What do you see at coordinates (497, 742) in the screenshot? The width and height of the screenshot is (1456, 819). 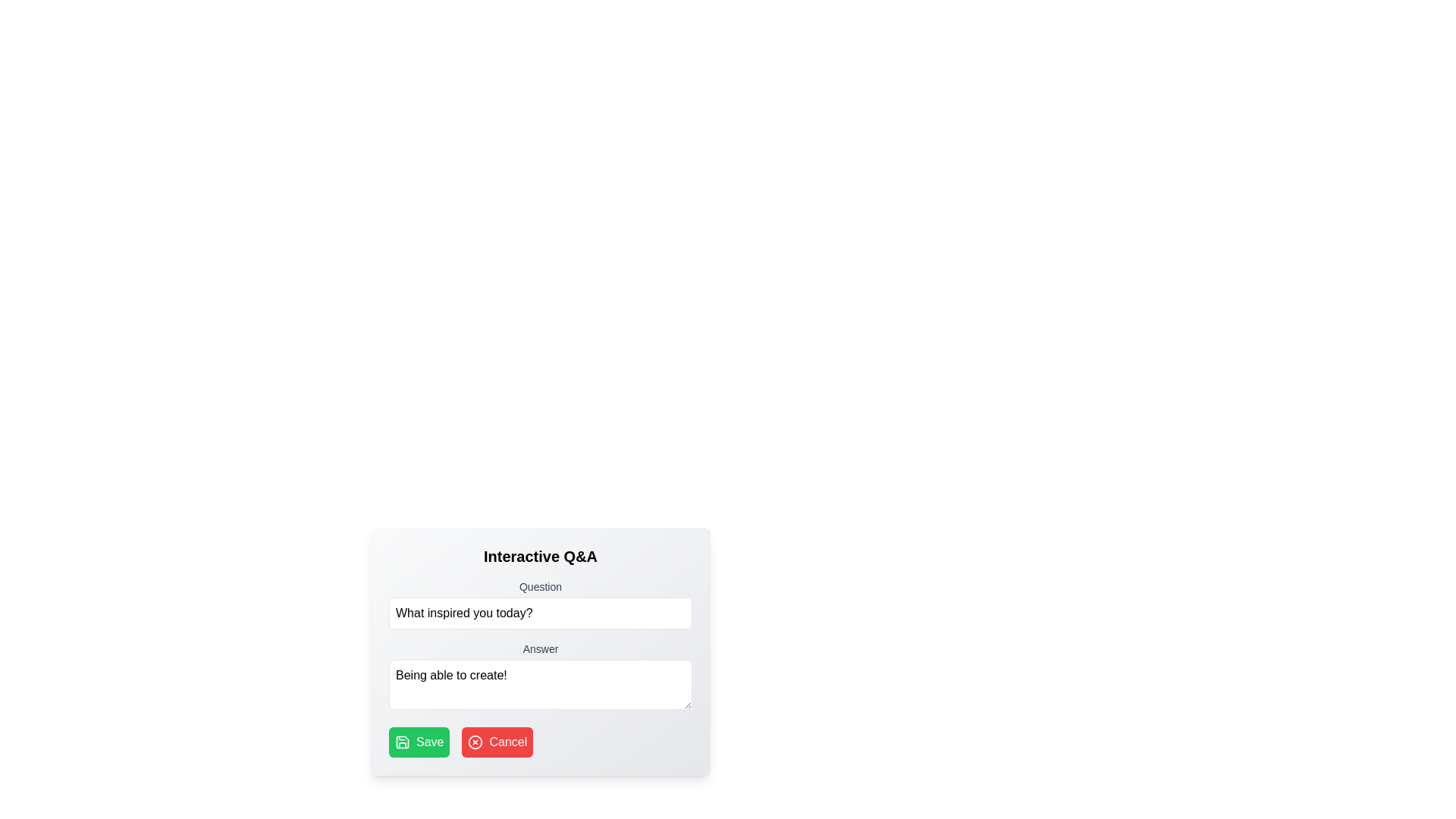 I see `the 'Cancel' button, which is the rightmost button in a row of two buttons at the bottom of the card` at bounding box center [497, 742].